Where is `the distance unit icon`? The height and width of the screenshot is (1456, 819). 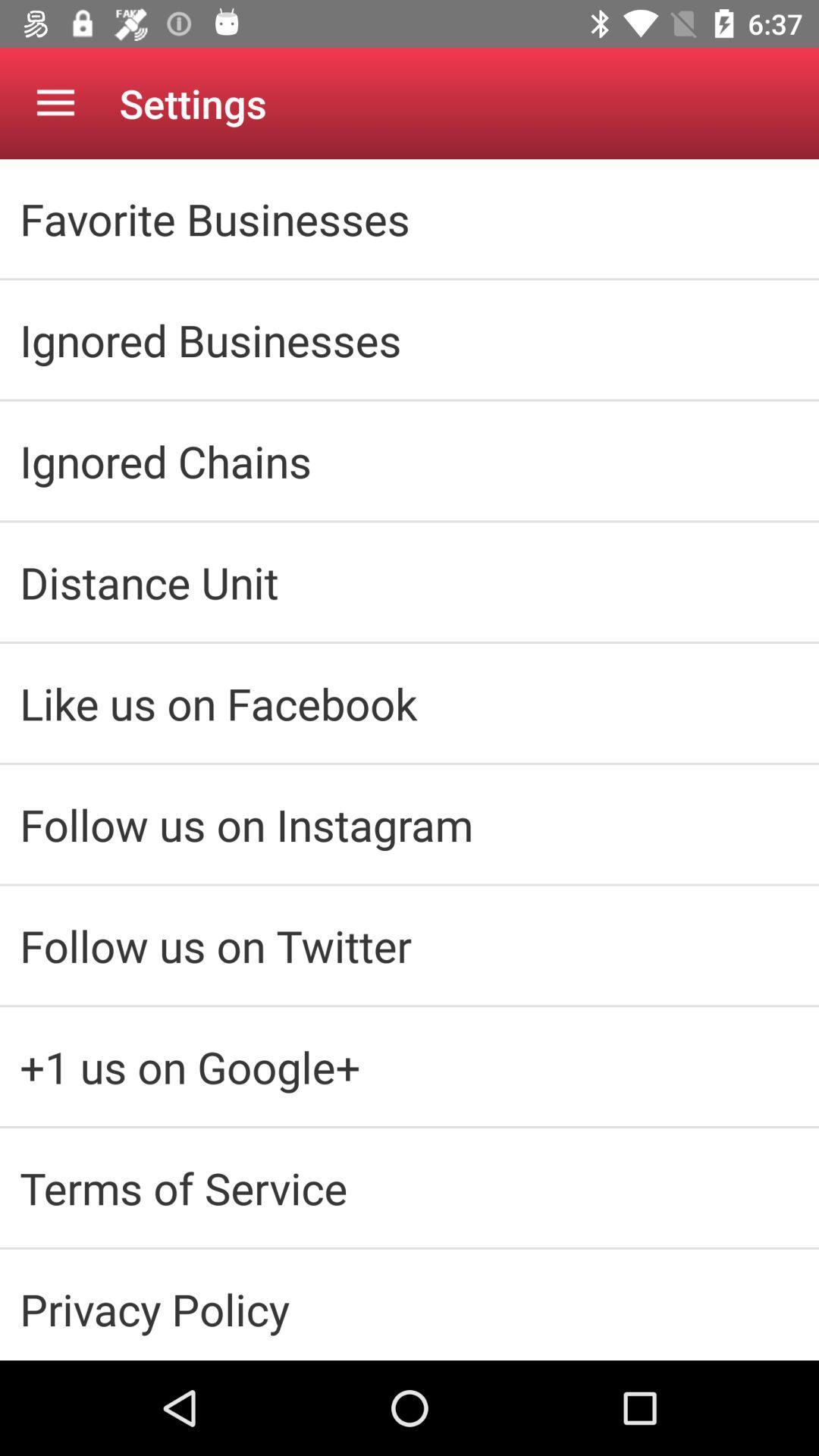 the distance unit icon is located at coordinates (409, 581).